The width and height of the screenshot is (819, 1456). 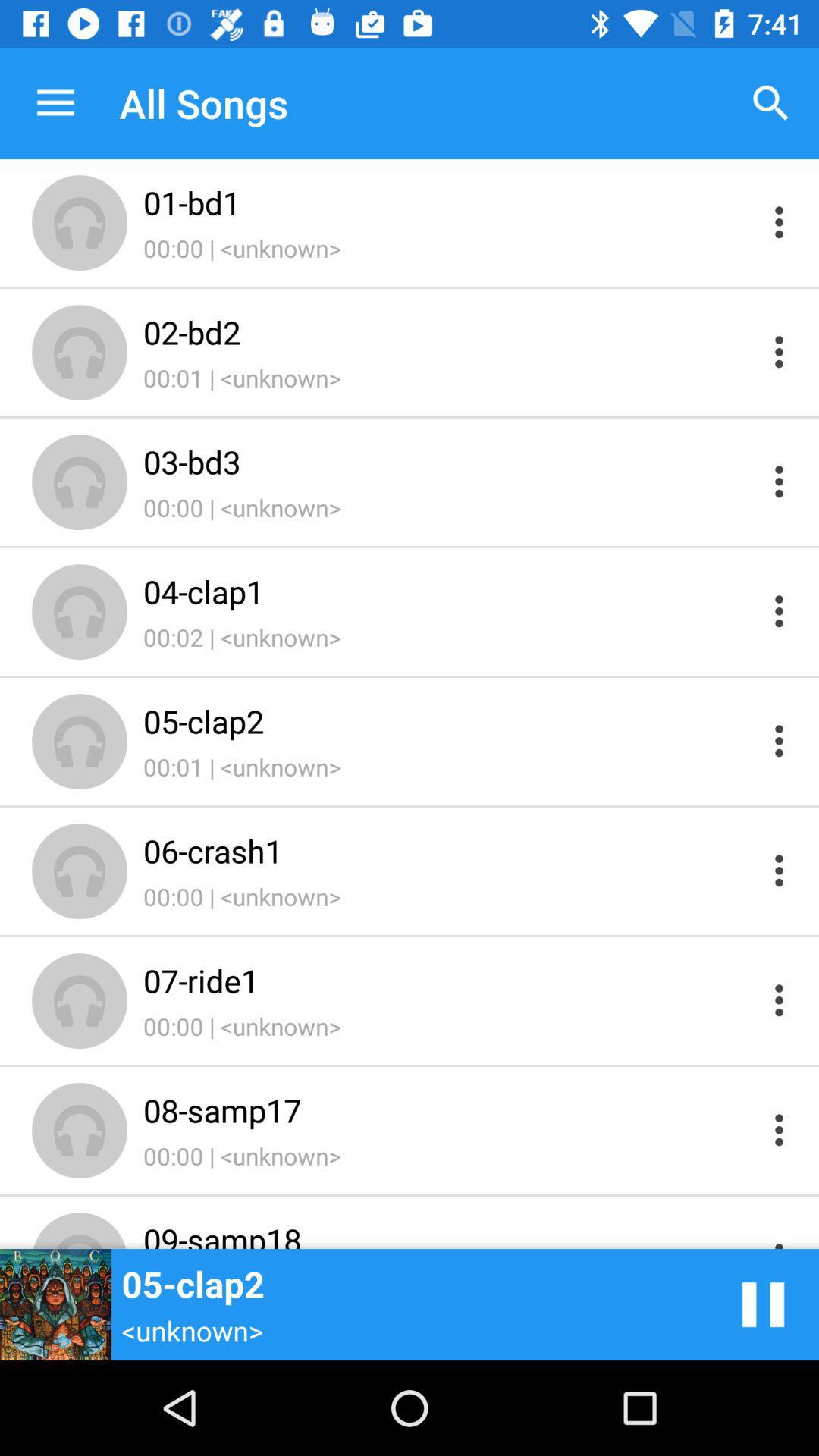 I want to click on the item below 00:00 | <unknown>, so click(x=448, y=331).